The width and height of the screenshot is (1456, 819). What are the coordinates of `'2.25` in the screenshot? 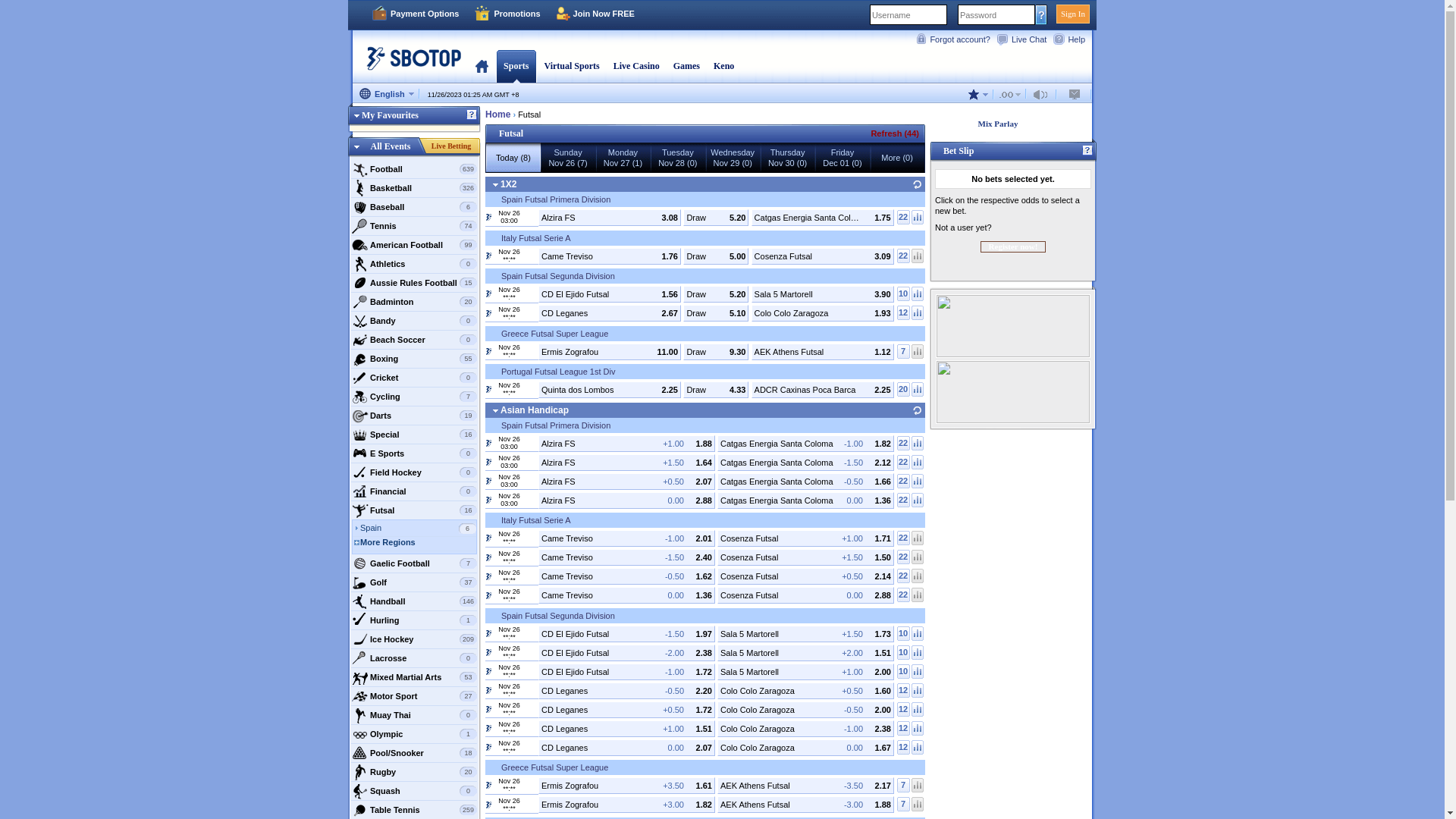 It's located at (751, 388).